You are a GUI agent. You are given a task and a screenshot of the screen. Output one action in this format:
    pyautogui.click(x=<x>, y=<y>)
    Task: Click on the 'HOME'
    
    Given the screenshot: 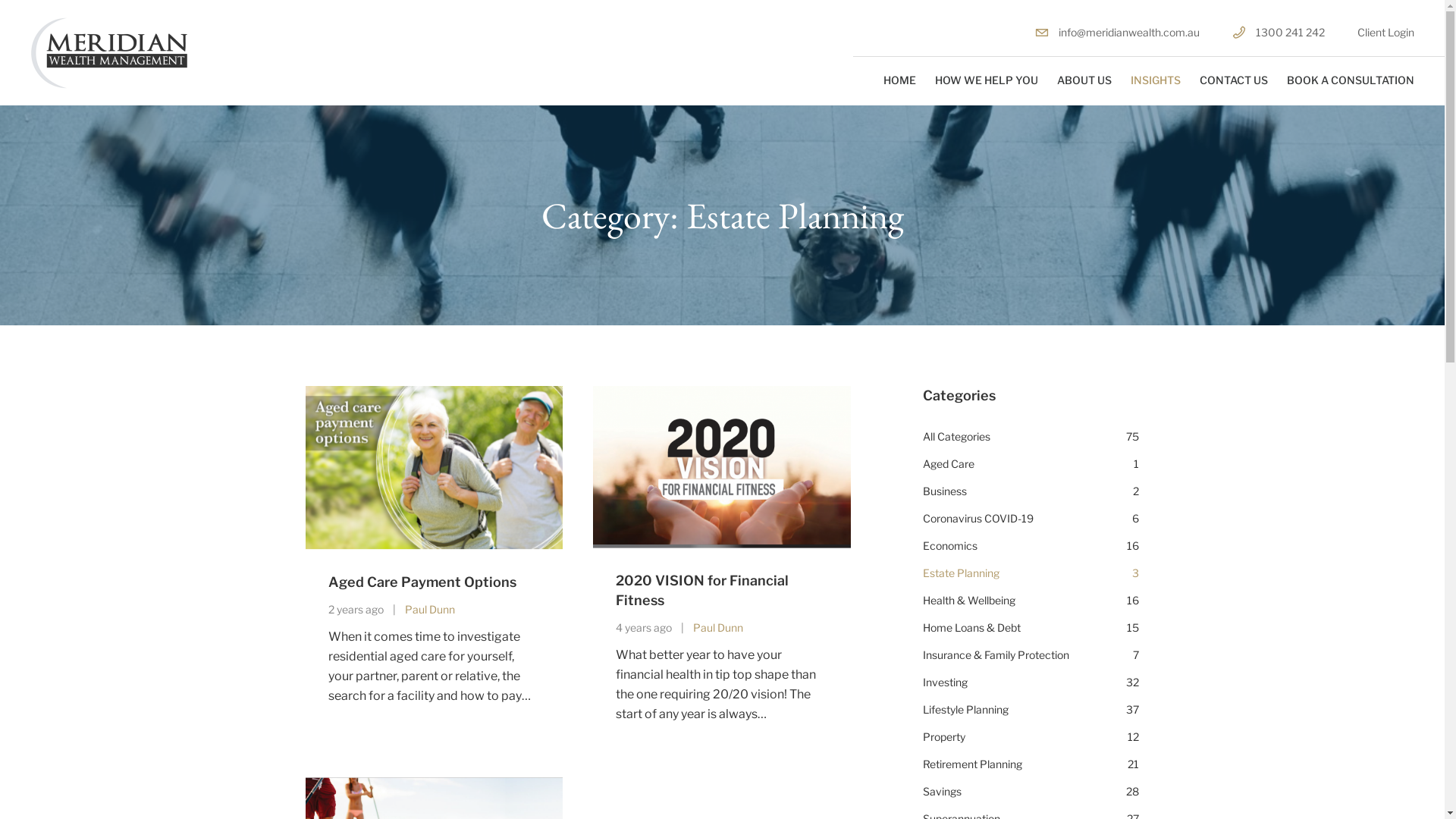 What is the action you would take?
    pyautogui.click(x=899, y=80)
    